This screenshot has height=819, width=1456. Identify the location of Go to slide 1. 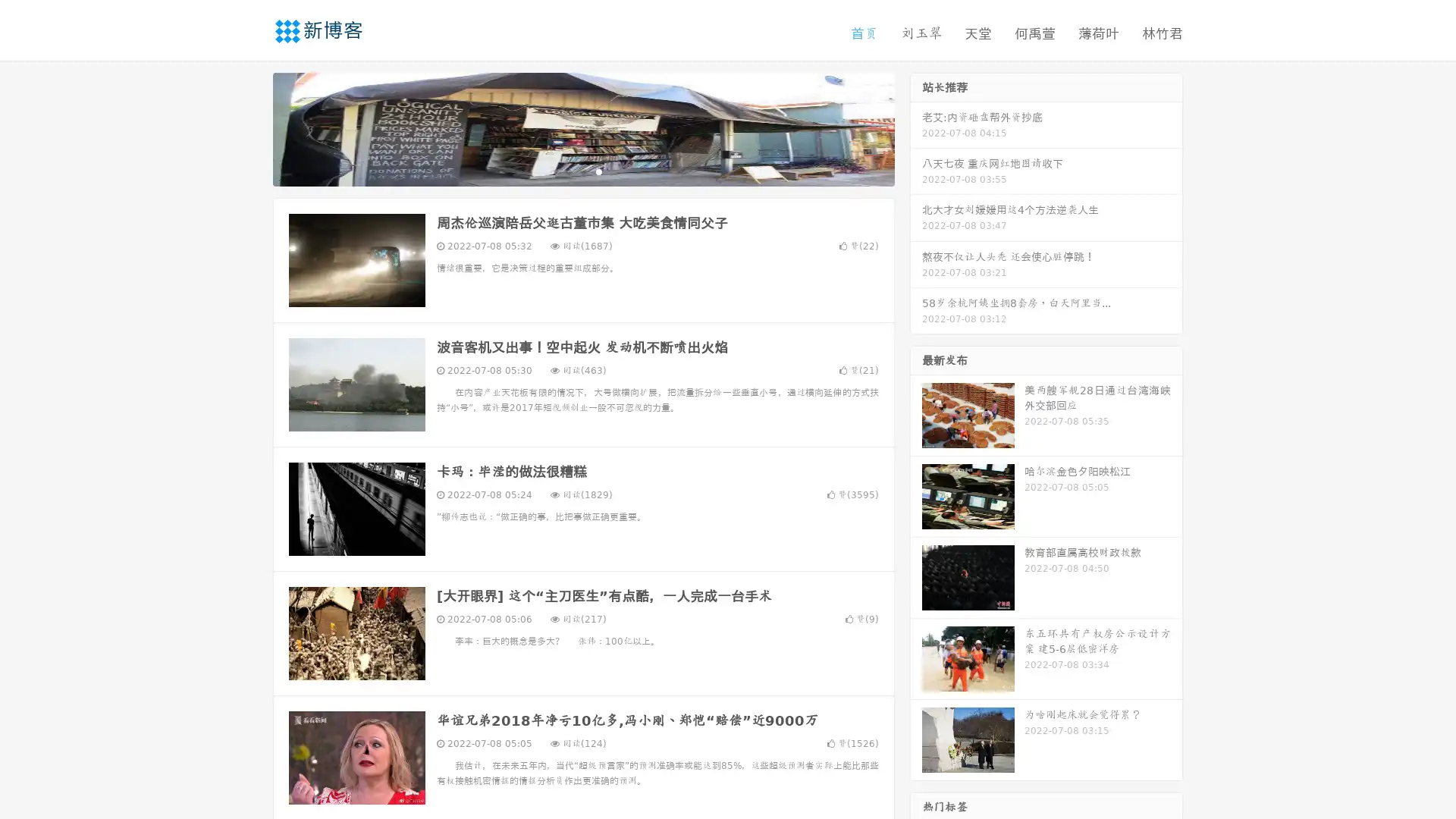
(567, 171).